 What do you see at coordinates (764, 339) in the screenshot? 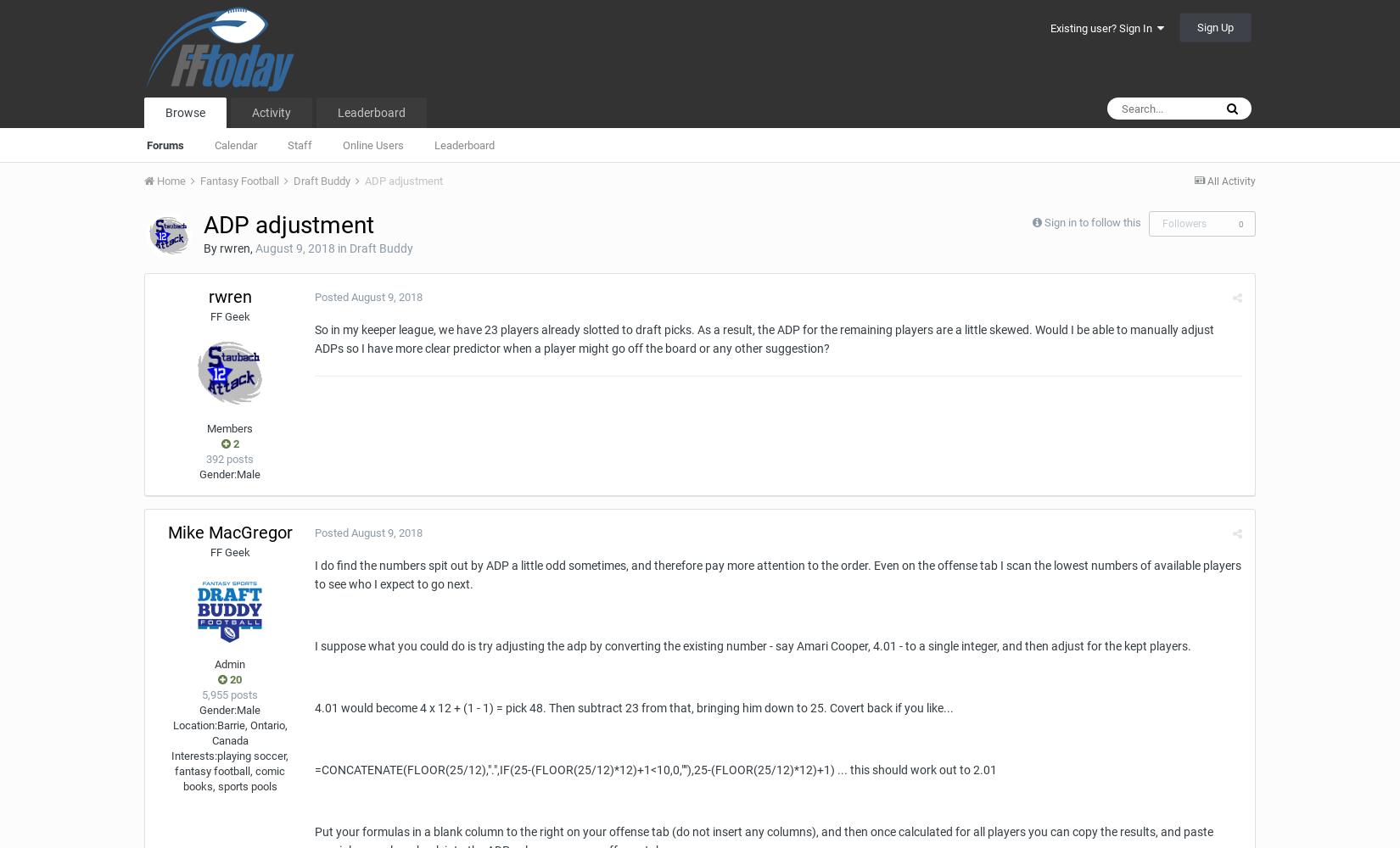
I see `'So in my keeper league, we have 23 players already slotted to draft picks. As a result, the ADP for the remaining players are a little skewed. Would I be able to manually adjust ADPs so I have more clear predictor when a player might go off the board or any other suggestion?'` at bounding box center [764, 339].